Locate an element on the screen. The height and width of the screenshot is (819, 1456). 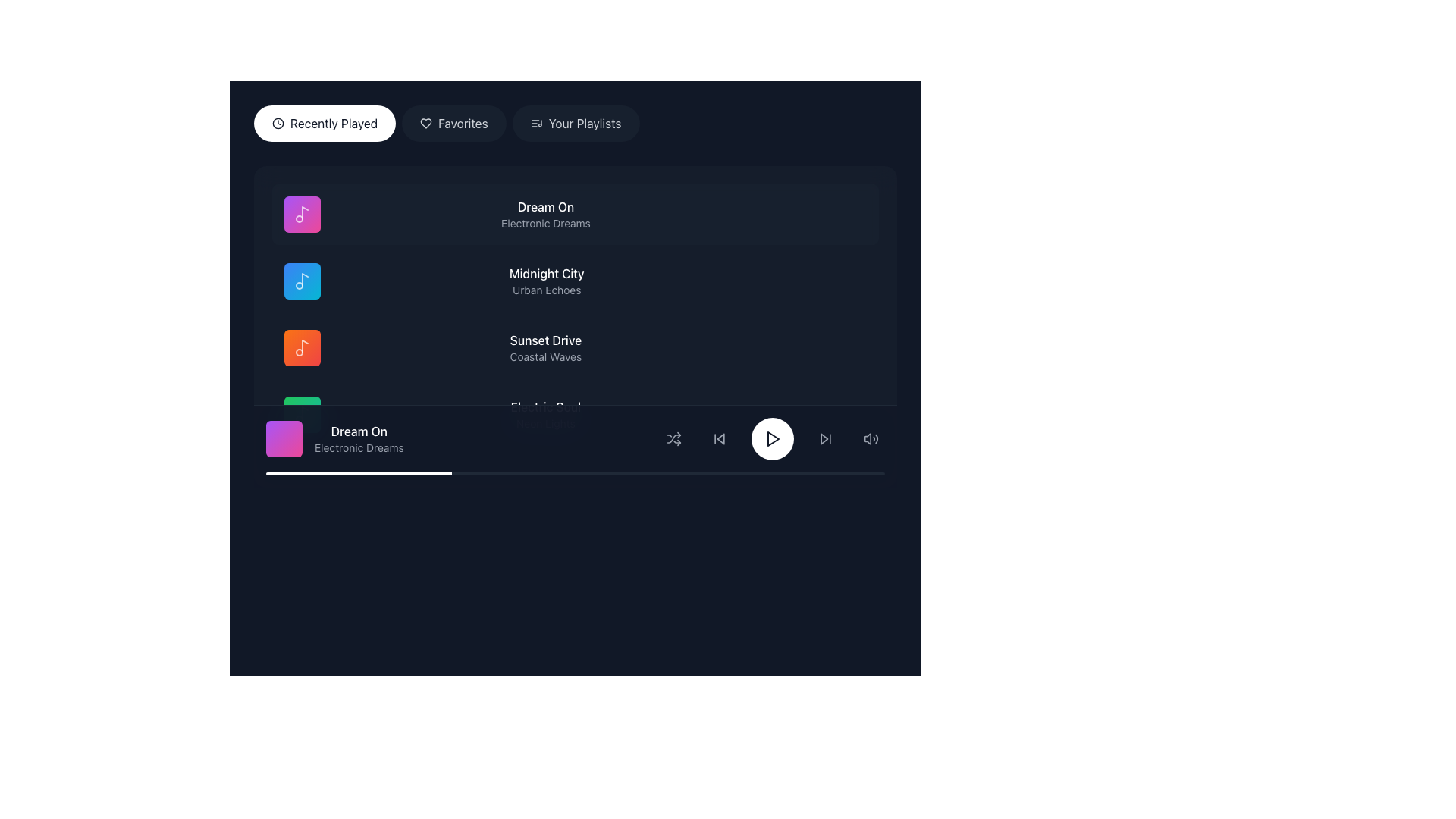
progress is located at coordinates (513, 472).